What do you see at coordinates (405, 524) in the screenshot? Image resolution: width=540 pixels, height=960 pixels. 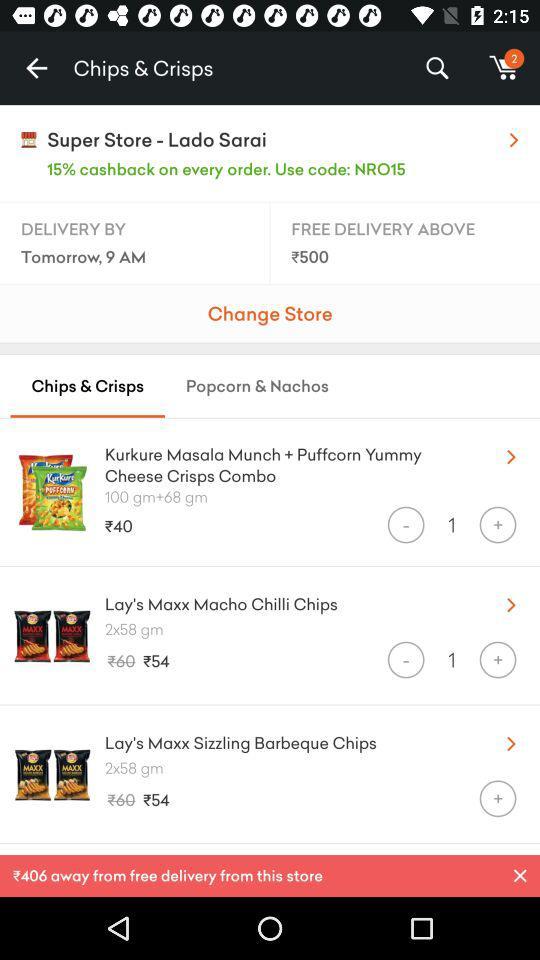 I see `icon below the 100 gm 68` at bounding box center [405, 524].